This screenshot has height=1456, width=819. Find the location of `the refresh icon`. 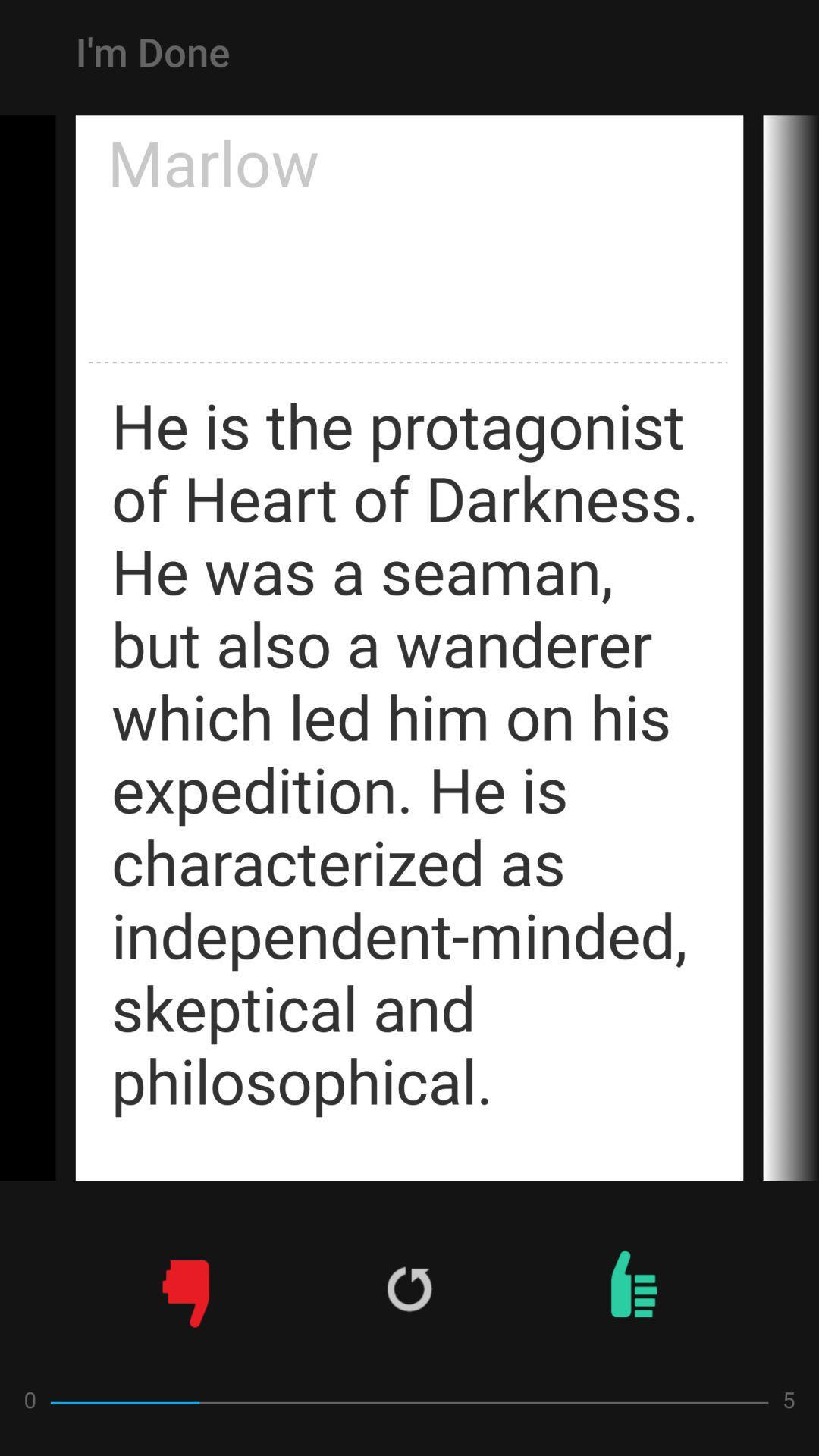

the refresh icon is located at coordinates (409, 1288).